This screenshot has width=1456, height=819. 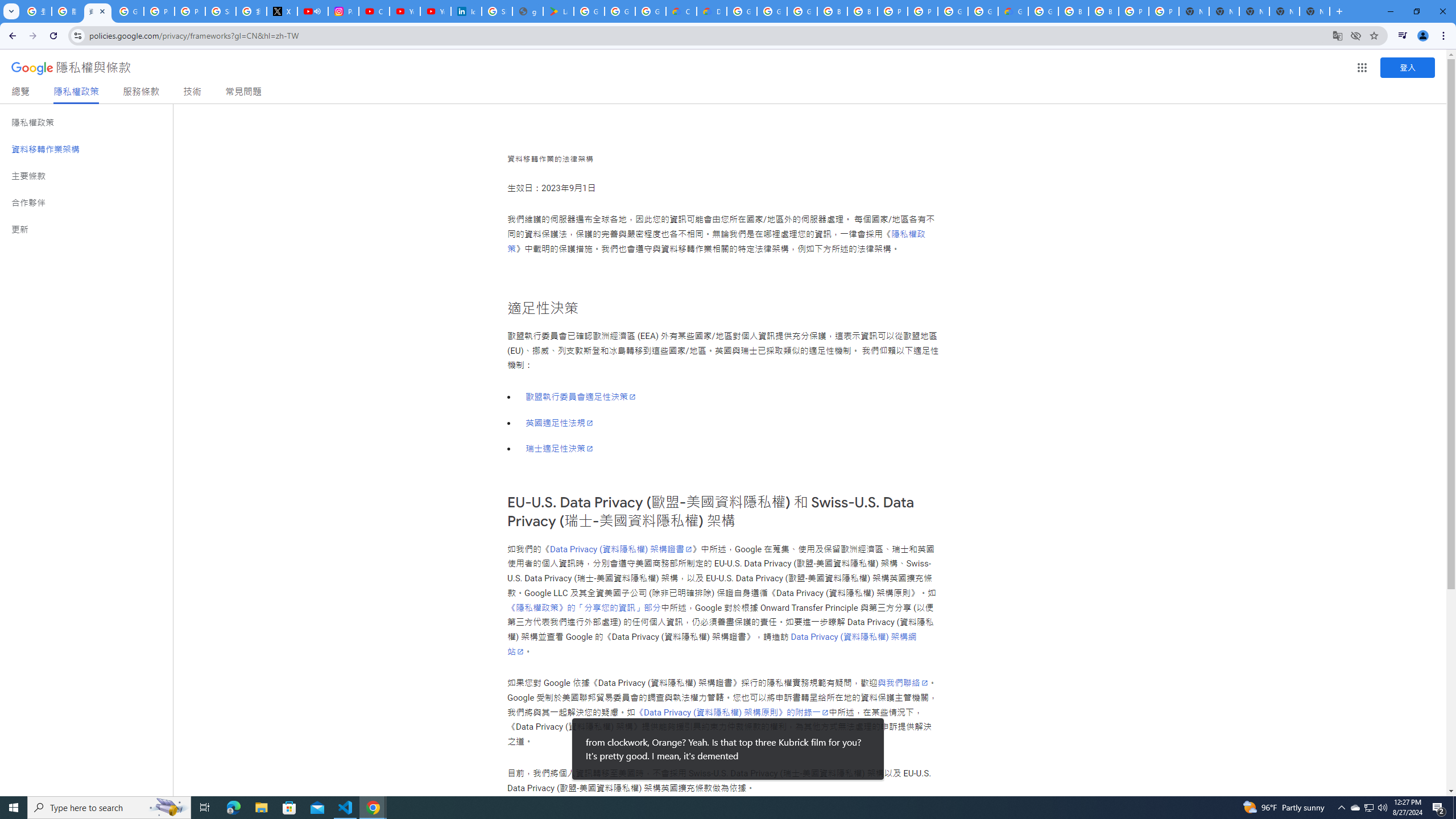 I want to click on 'Browse Chrome as a guest - Computer - Google Chrome Help', so click(x=1073, y=11).